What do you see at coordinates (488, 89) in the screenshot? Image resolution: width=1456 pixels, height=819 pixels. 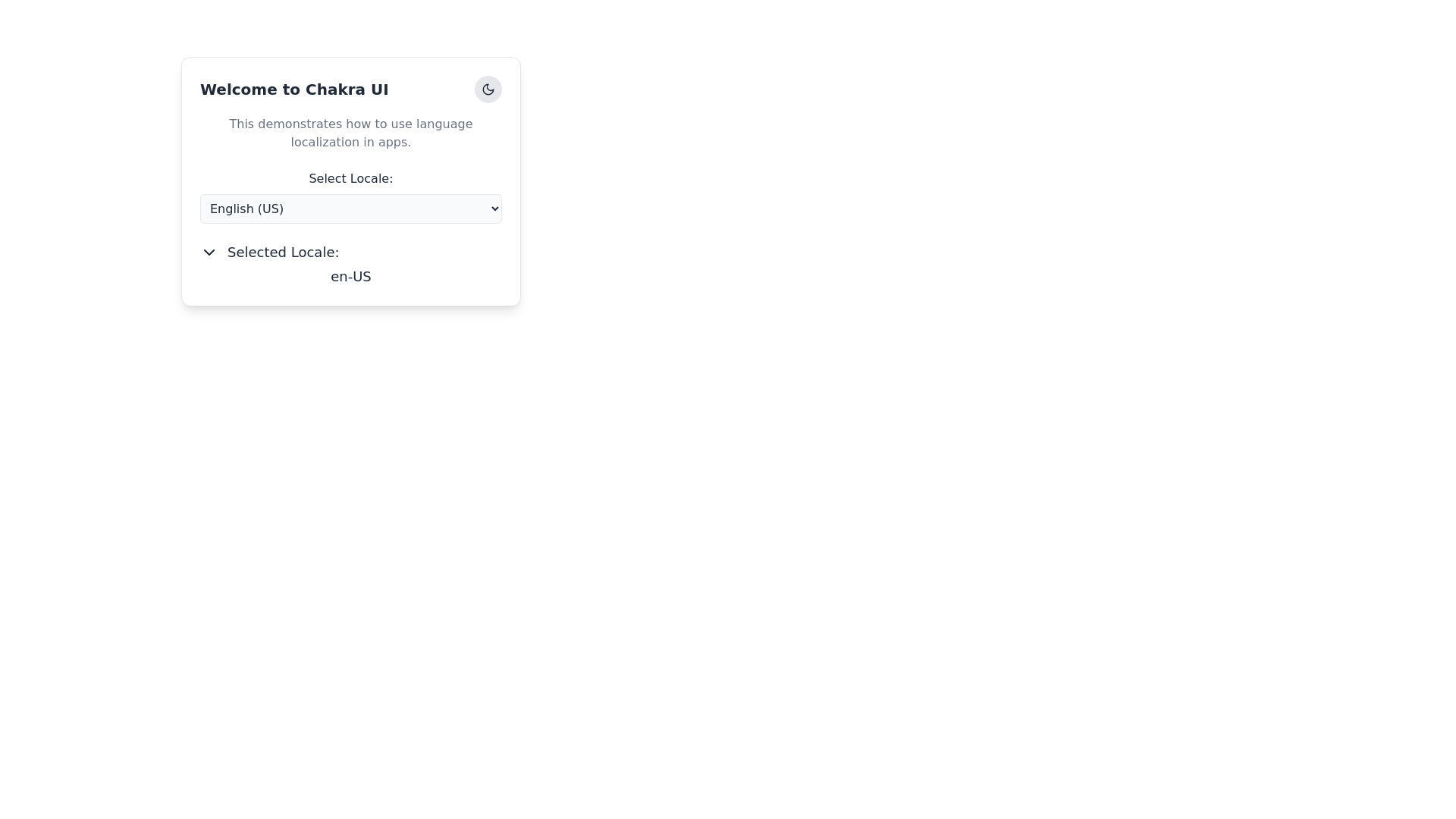 I see `the moon icon located at the top right corner of the 'Welcome to Chakra UI' card` at bounding box center [488, 89].